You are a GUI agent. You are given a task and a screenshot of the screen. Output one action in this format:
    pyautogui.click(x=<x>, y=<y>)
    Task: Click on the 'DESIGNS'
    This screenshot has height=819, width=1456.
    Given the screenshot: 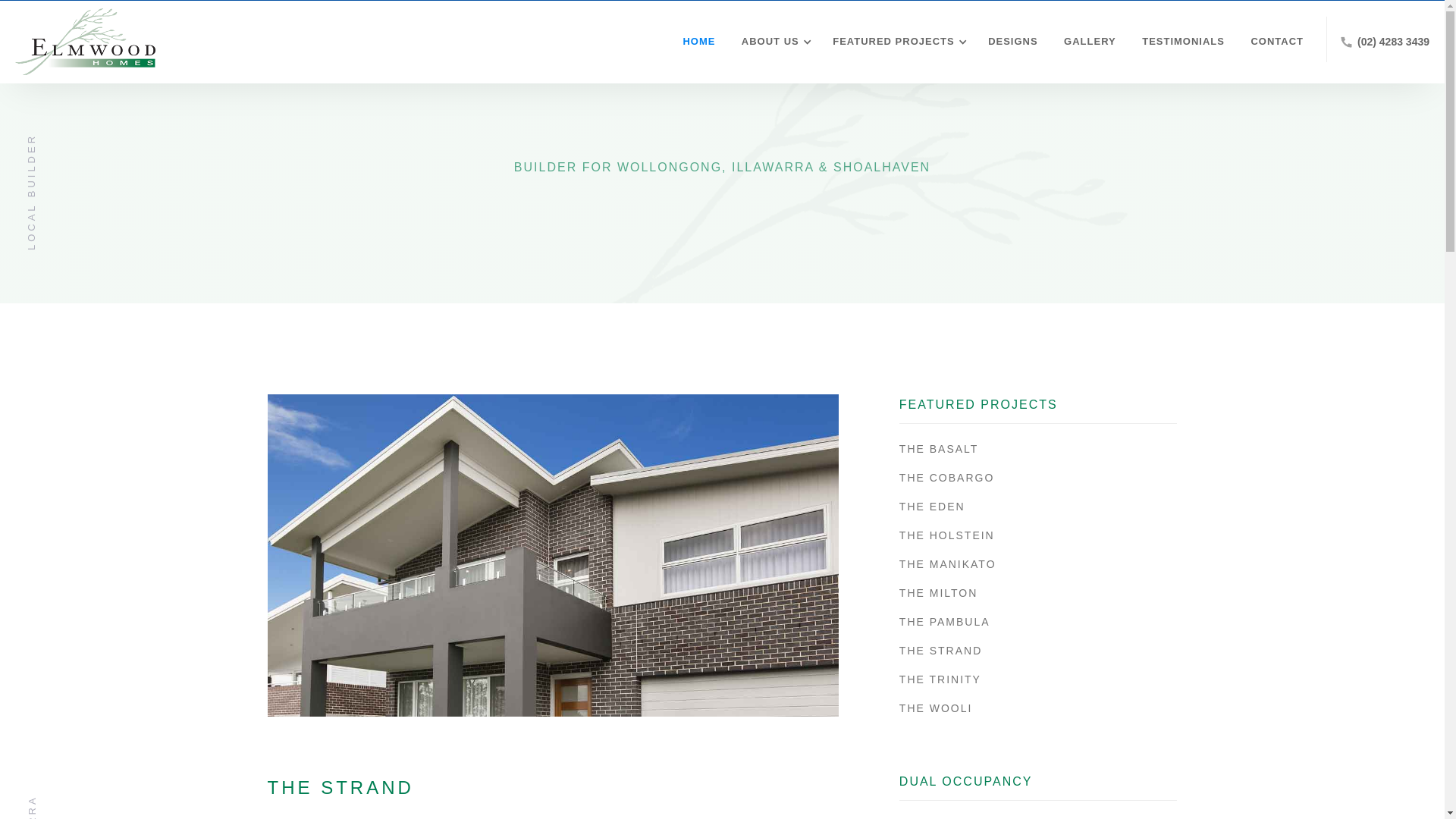 What is the action you would take?
    pyautogui.click(x=1009, y=40)
    